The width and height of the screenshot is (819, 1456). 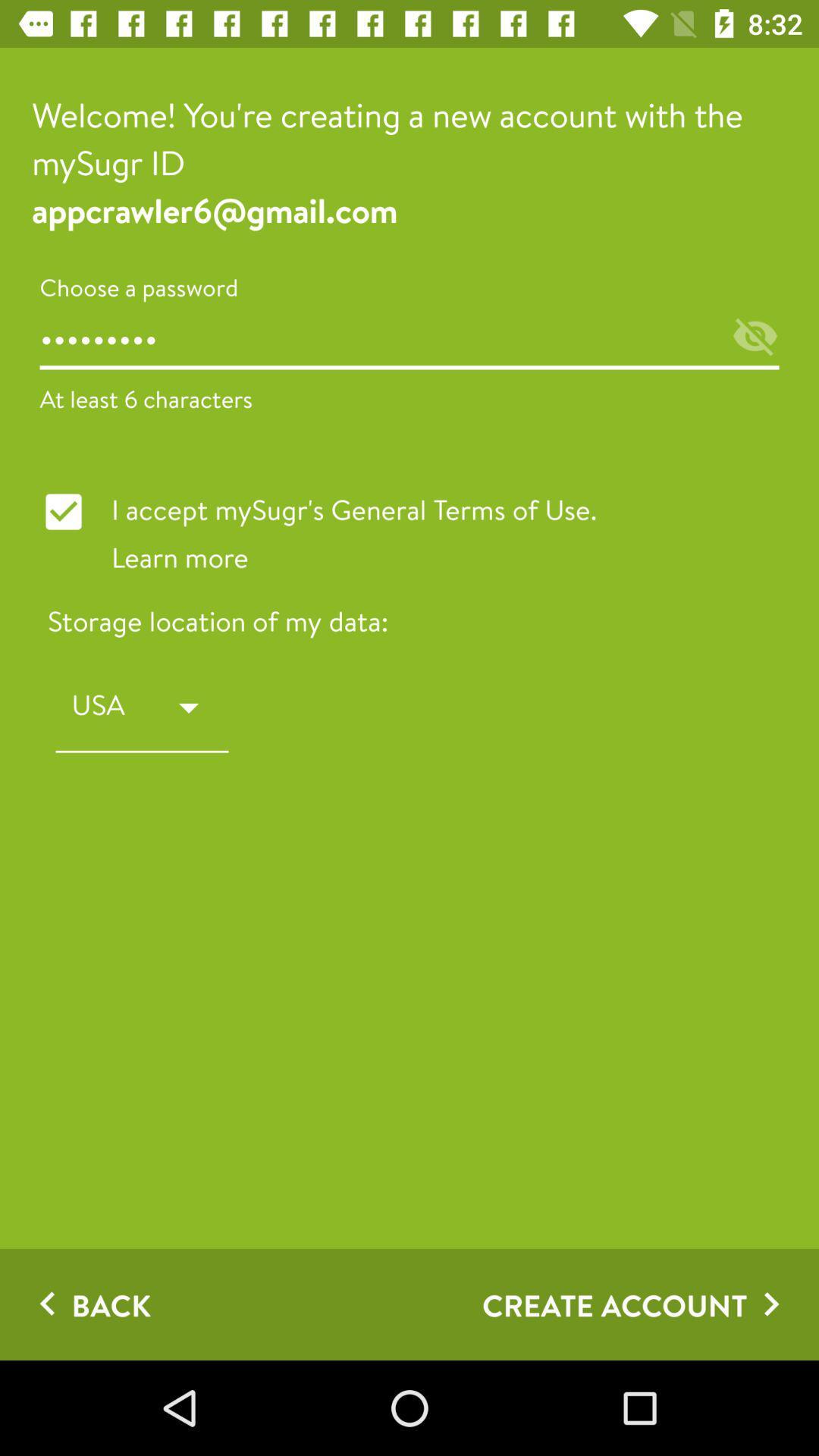 What do you see at coordinates (755, 337) in the screenshot?
I see `hide/view password` at bounding box center [755, 337].